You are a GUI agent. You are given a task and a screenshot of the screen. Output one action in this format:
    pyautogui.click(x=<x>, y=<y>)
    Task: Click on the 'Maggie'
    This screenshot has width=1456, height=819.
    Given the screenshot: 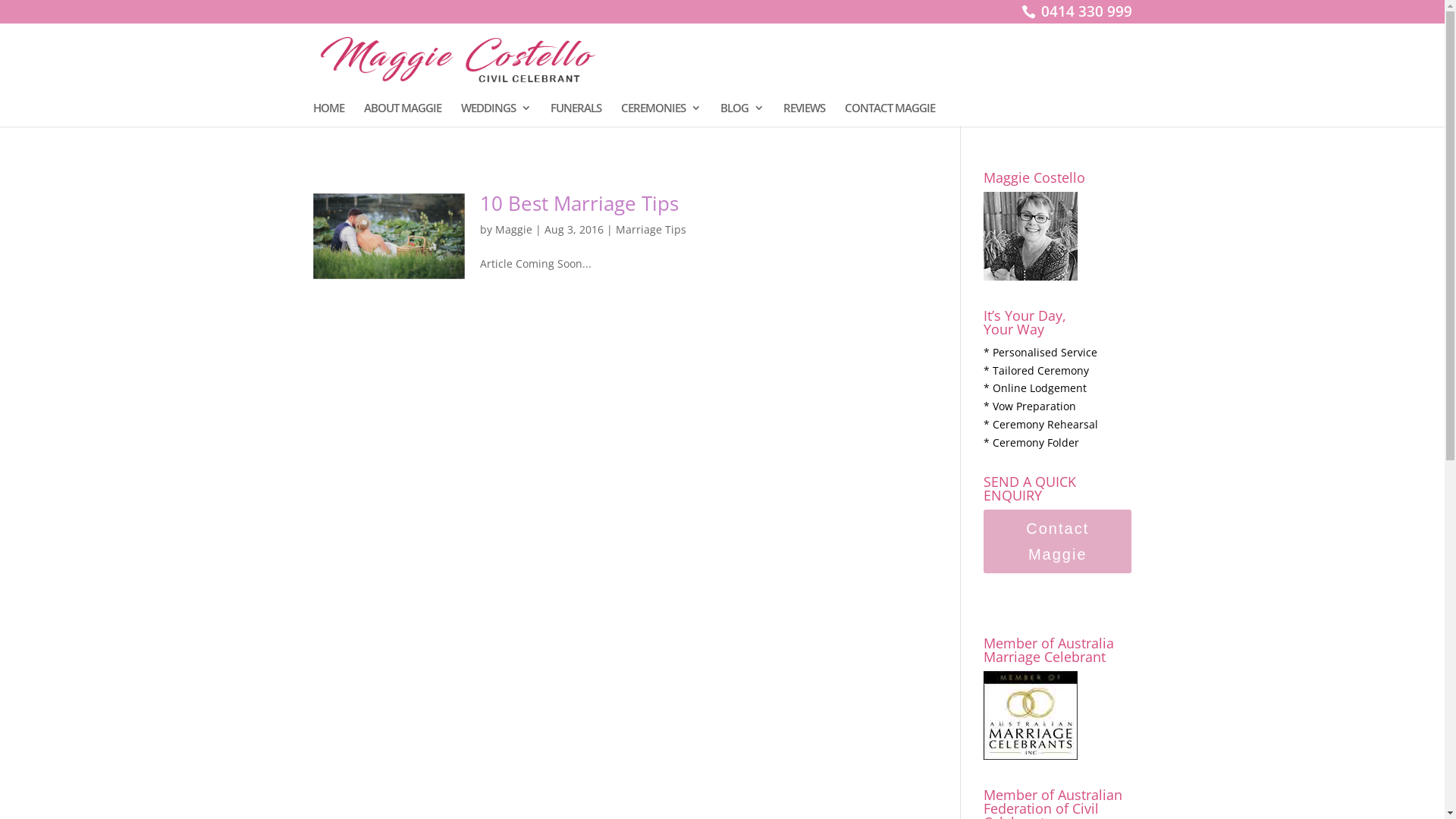 What is the action you would take?
    pyautogui.click(x=513, y=229)
    